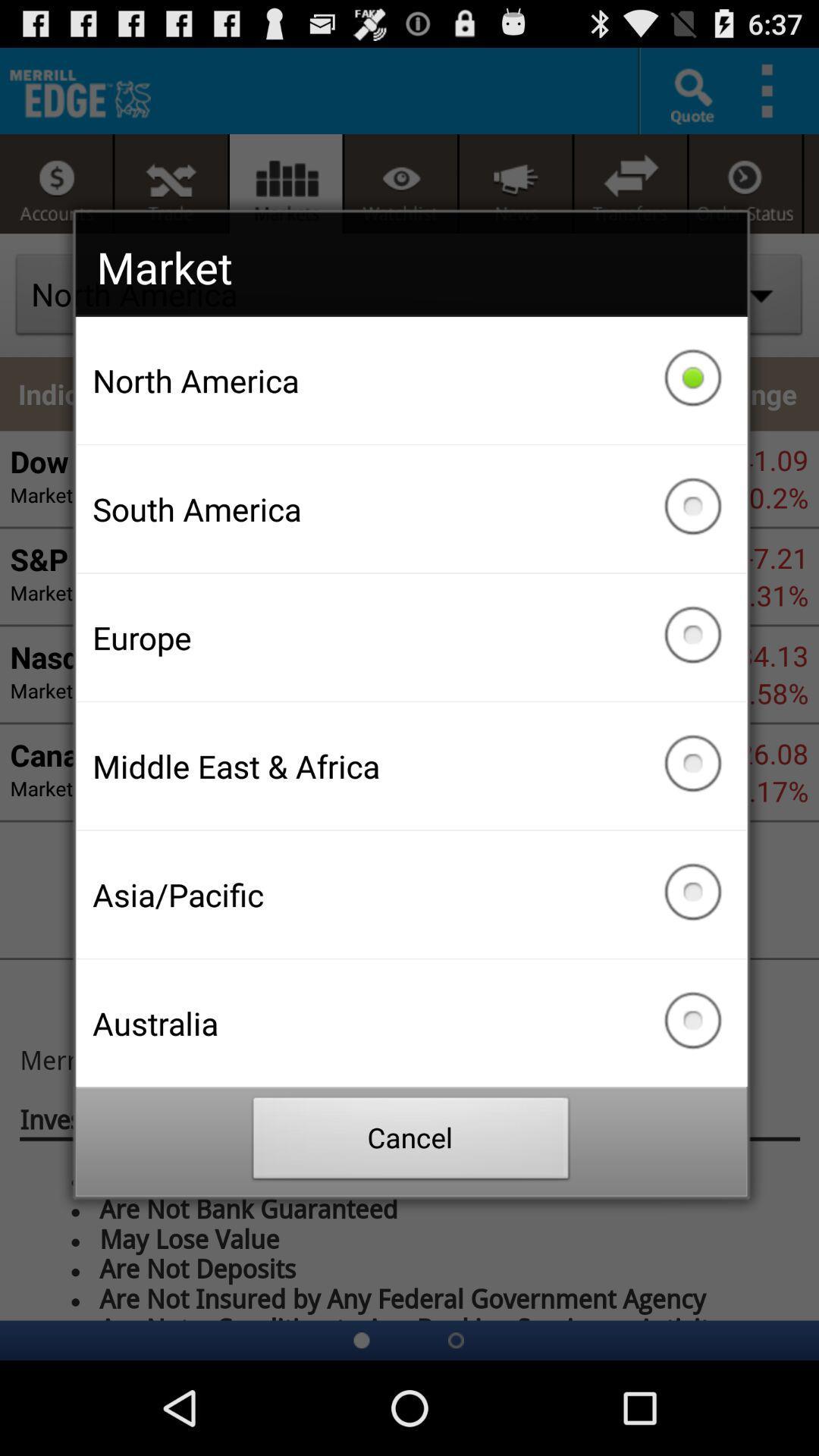  I want to click on the cancel icon, so click(411, 1142).